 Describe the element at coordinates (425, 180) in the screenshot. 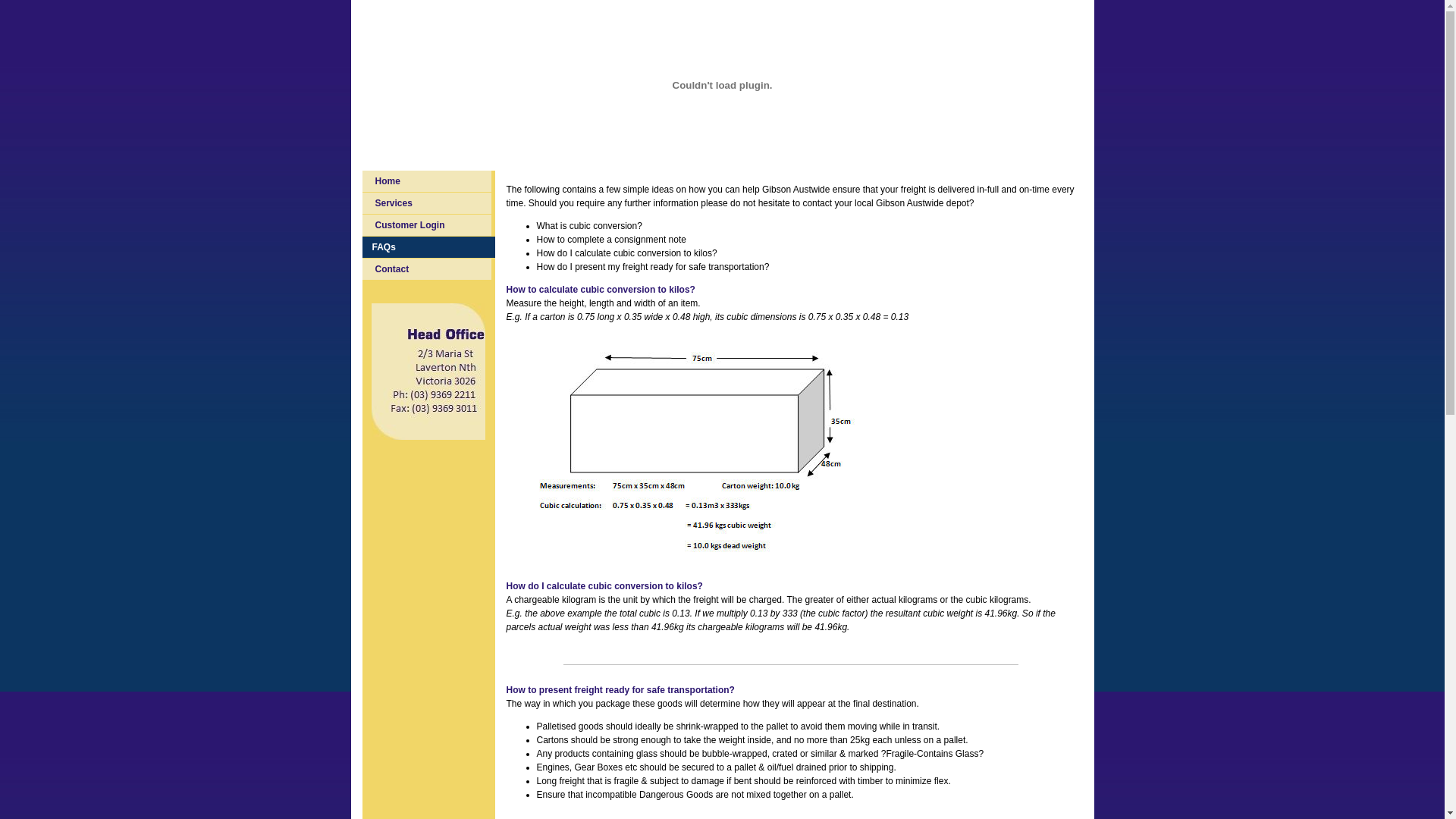

I see `'Home'` at that location.